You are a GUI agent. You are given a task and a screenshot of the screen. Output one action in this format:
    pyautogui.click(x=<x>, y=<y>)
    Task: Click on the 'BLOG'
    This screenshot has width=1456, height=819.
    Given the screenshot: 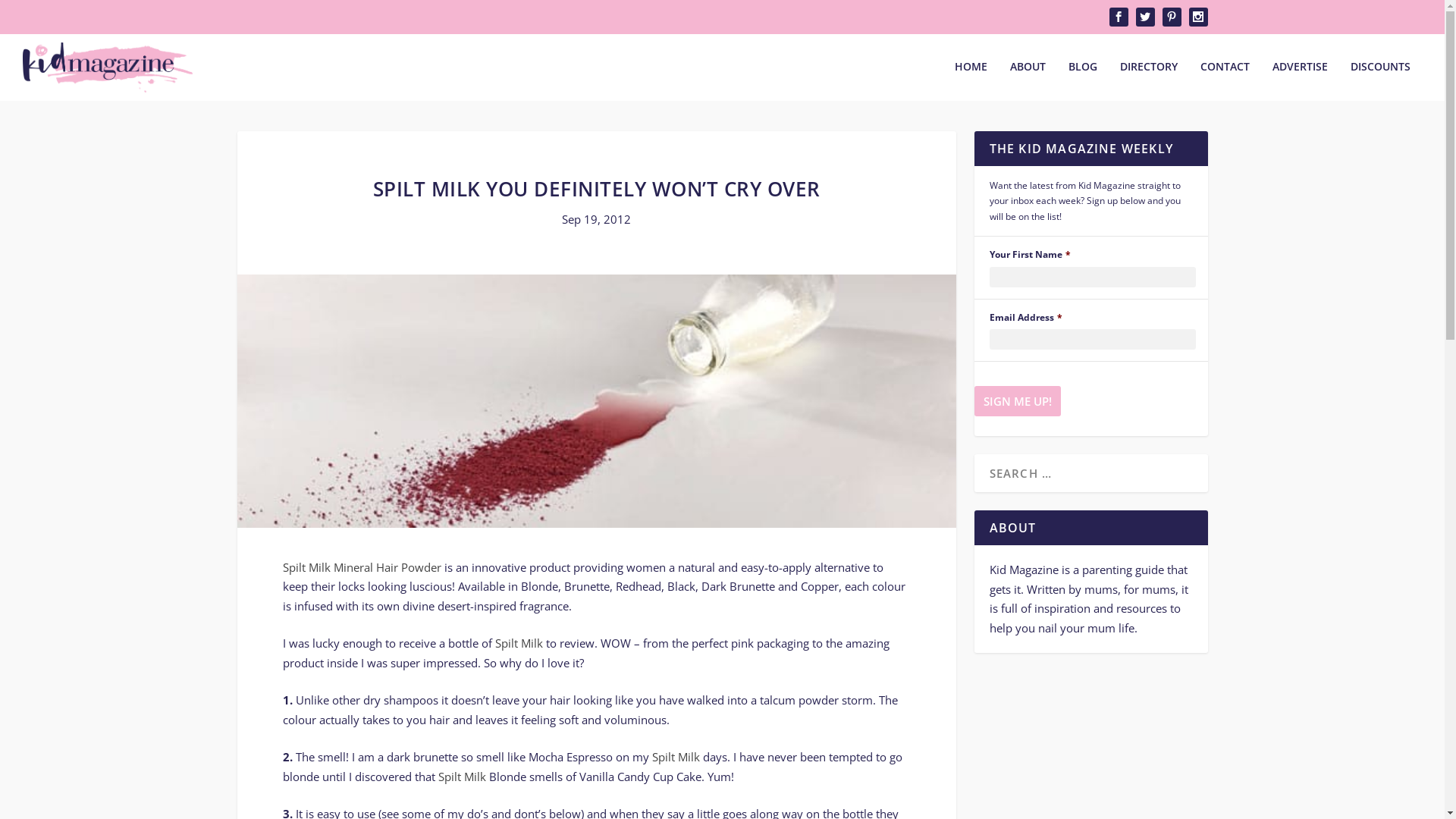 What is the action you would take?
    pyautogui.click(x=1082, y=80)
    